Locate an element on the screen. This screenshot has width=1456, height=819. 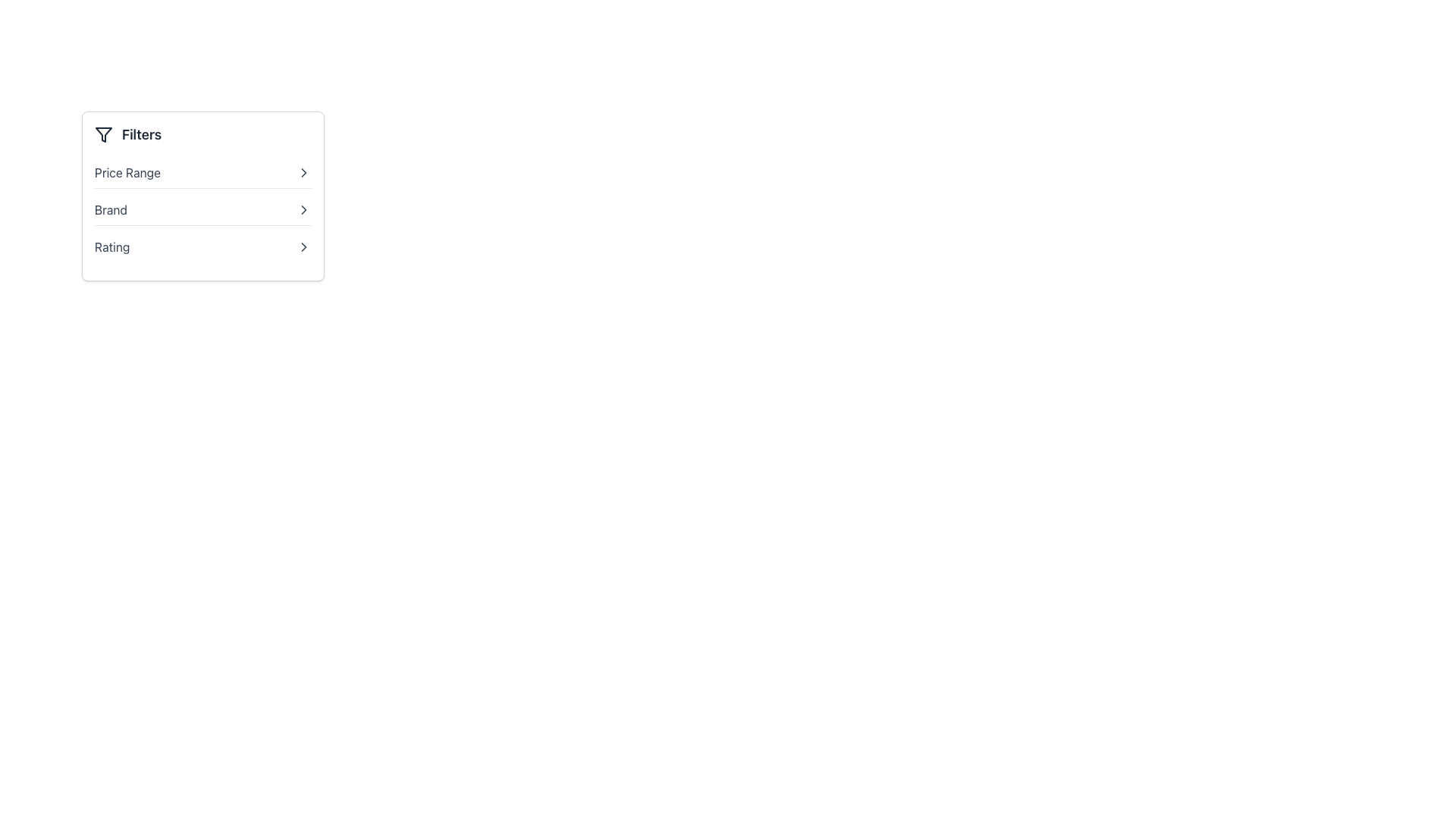
the funnel icon located to the left of the 'Filters' label is located at coordinates (103, 133).